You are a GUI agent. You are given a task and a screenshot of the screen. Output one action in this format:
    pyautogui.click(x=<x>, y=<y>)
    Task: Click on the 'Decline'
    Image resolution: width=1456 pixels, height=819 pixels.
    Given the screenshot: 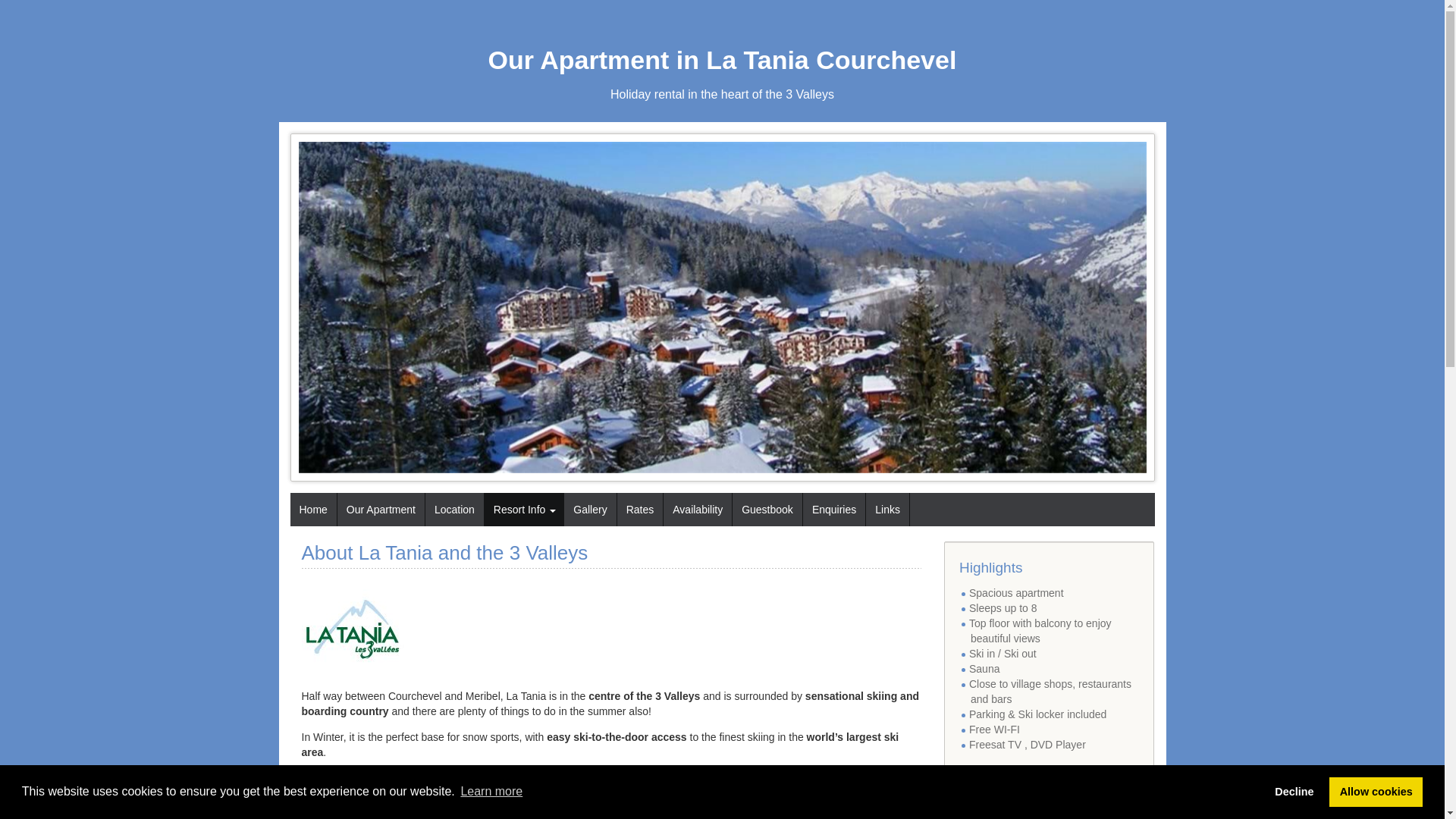 What is the action you would take?
    pyautogui.click(x=1294, y=791)
    